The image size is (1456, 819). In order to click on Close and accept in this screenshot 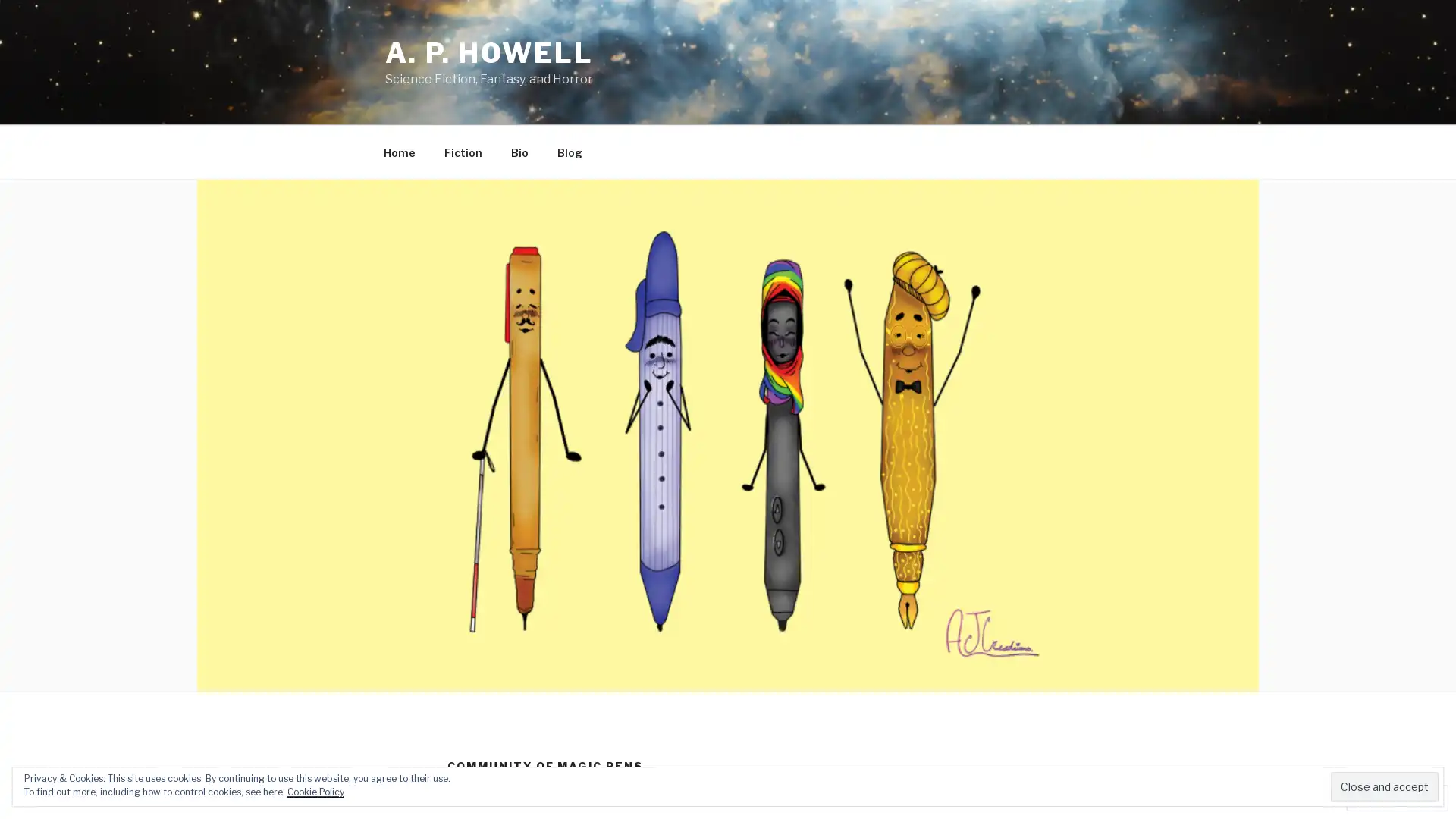, I will do `click(1384, 786)`.